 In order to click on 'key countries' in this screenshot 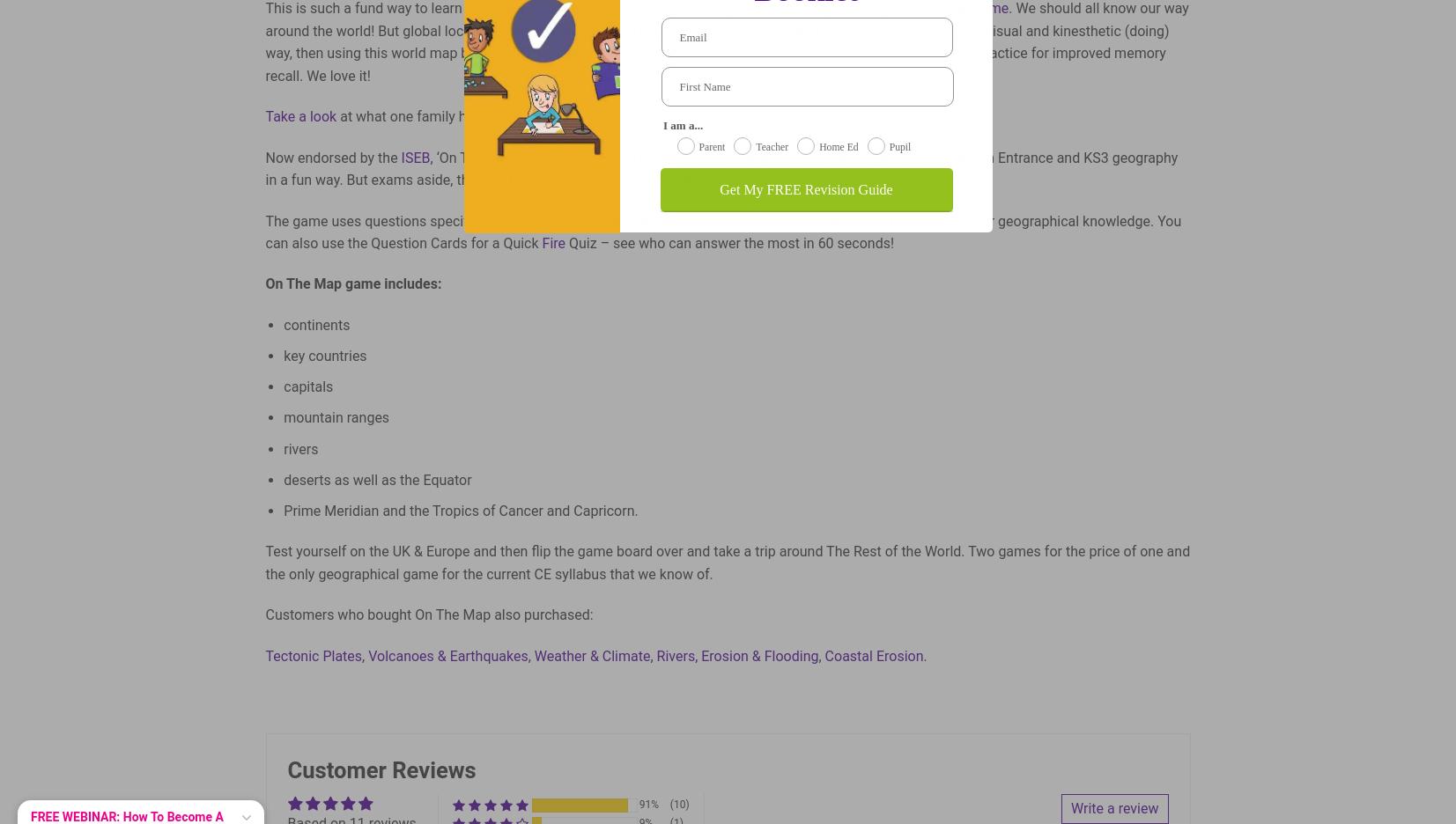, I will do `click(323, 355)`.